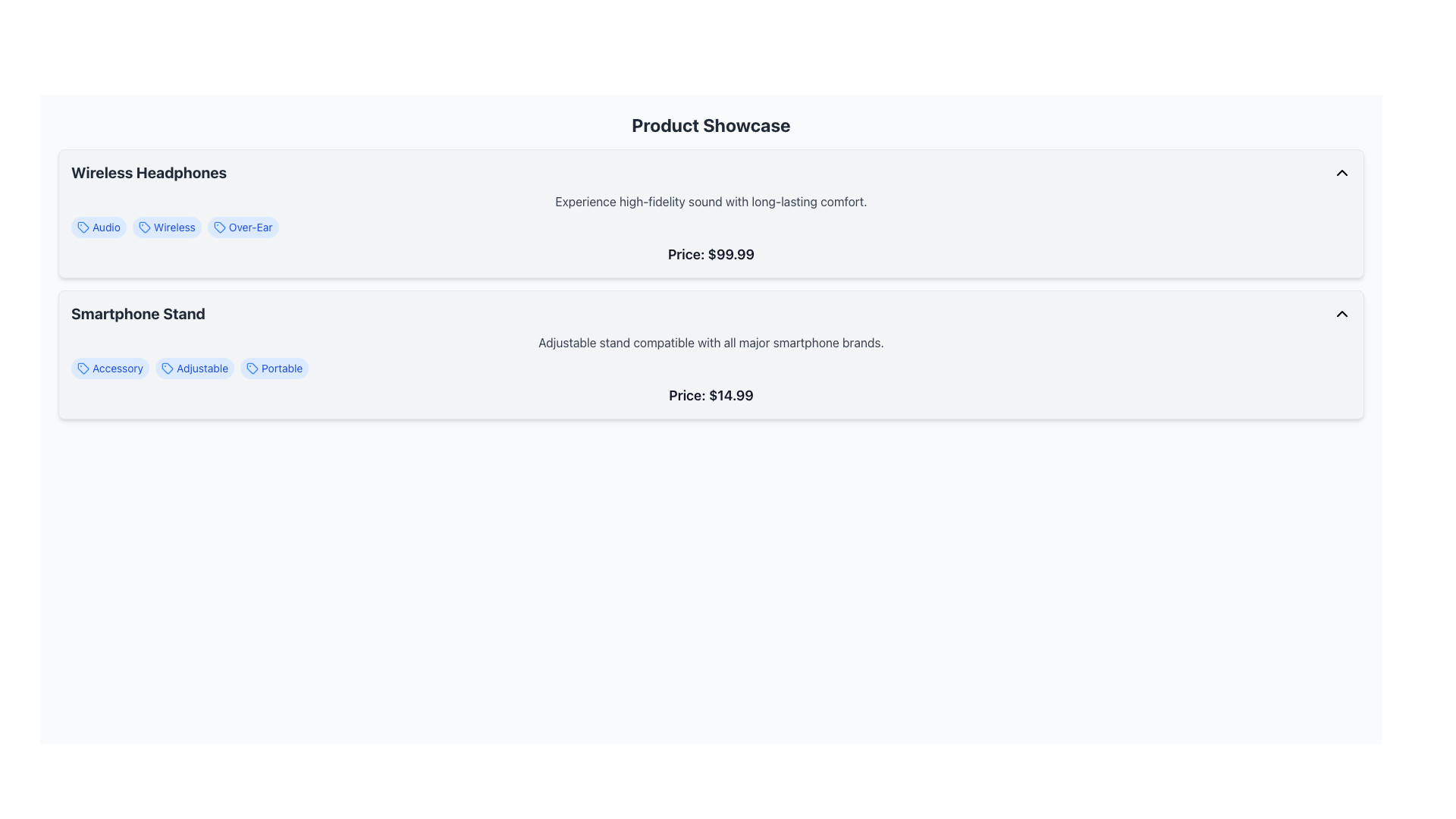  I want to click on the small blue tag-like icon that is styled with a text-blue-500 class, located immediately before the text 'Wireless', so click(144, 227).